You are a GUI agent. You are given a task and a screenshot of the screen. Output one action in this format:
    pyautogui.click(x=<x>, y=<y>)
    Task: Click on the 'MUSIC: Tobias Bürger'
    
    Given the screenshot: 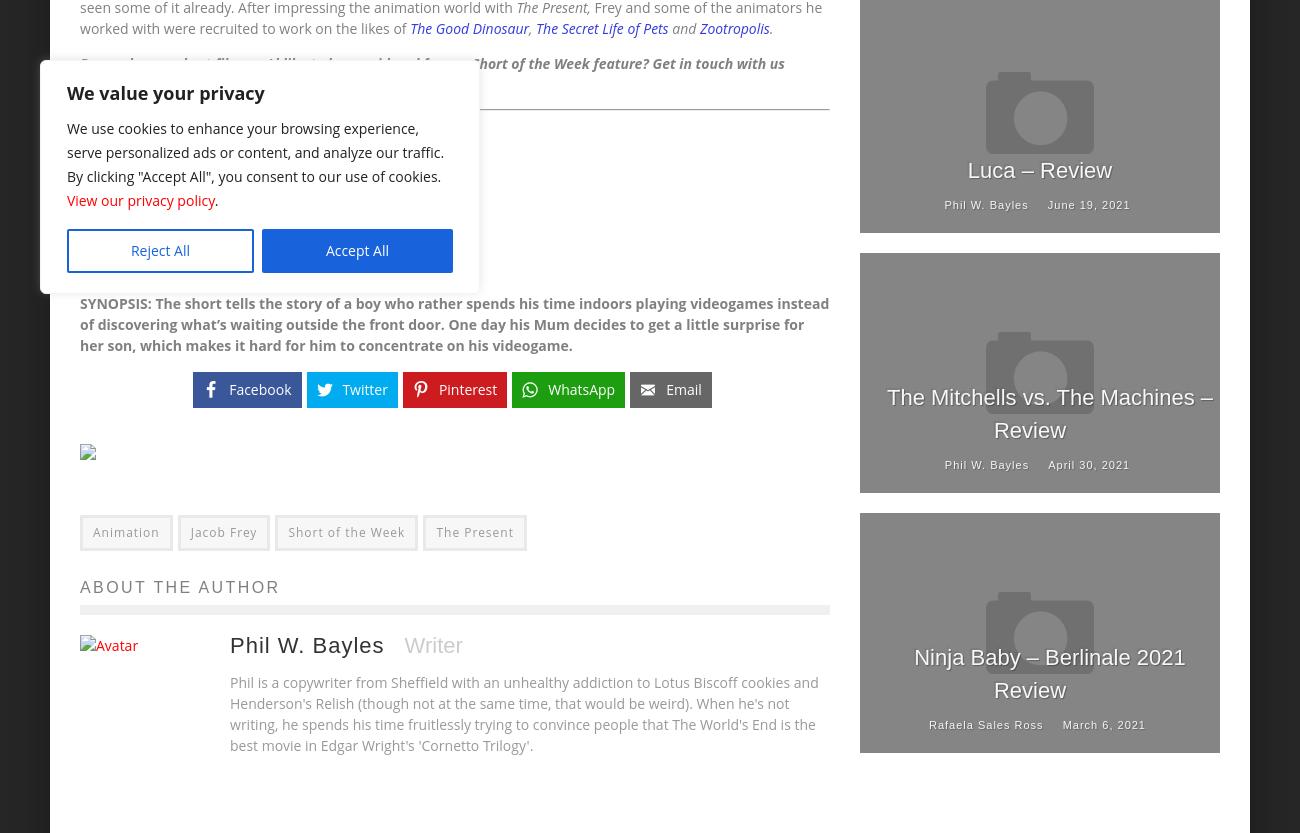 What is the action you would take?
    pyautogui.click(x=79, y=268)
    